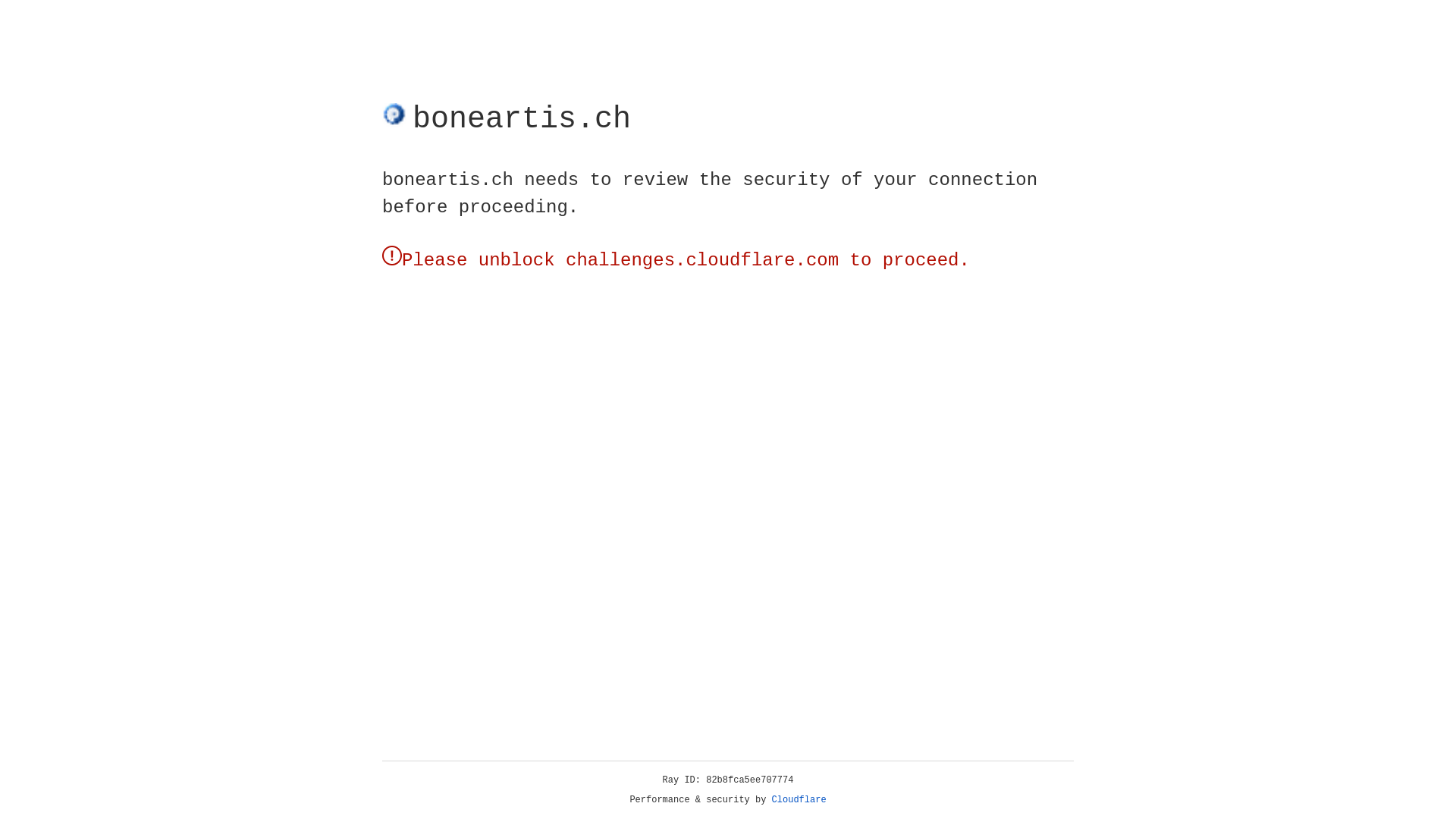  Describe the element at coordinates (771, 799) in the screenshot. I see `'Cloudflare'` at that location.